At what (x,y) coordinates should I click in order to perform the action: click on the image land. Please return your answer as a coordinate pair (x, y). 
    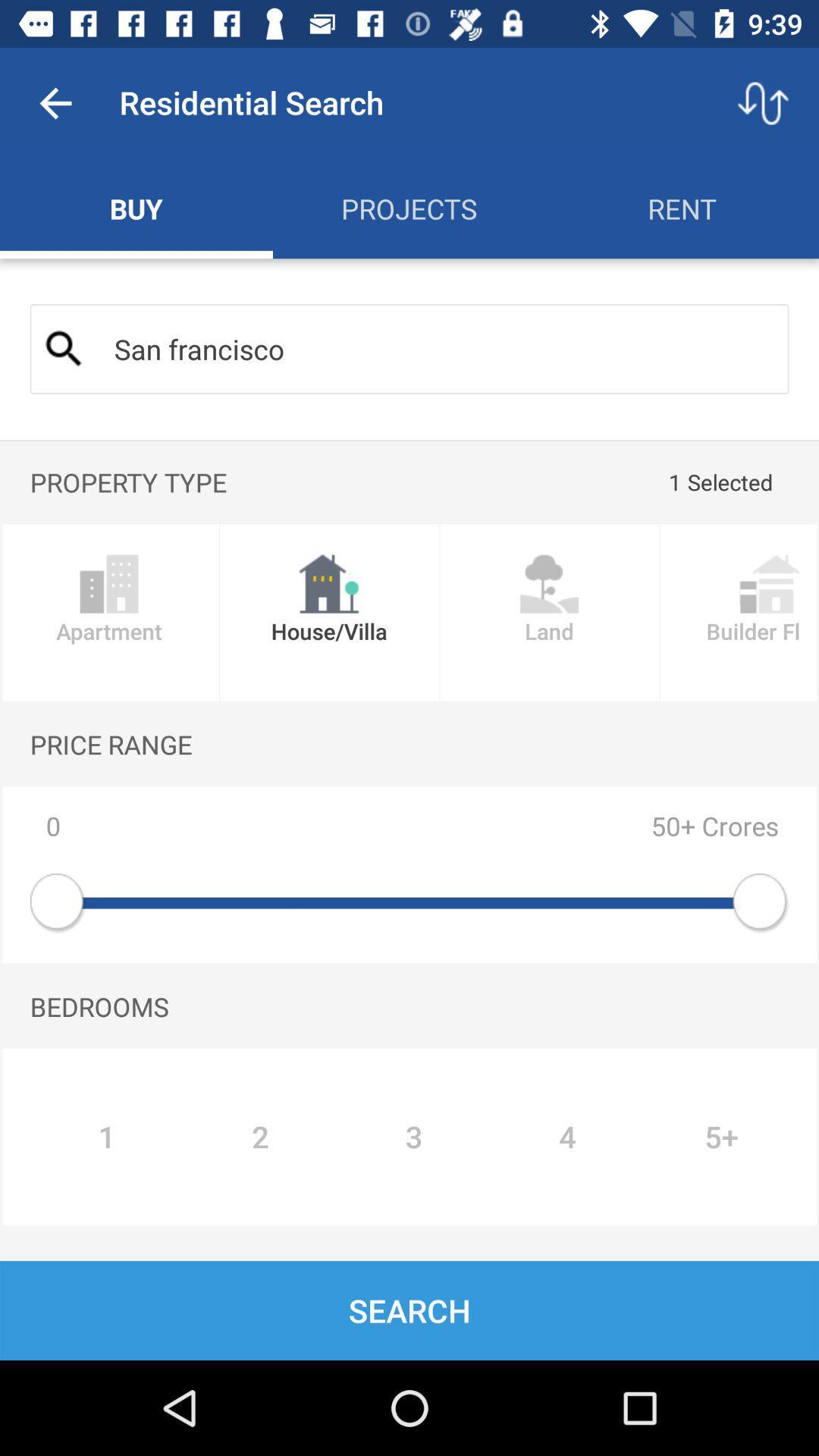
    Looking at the image, I should click on (550, 613).